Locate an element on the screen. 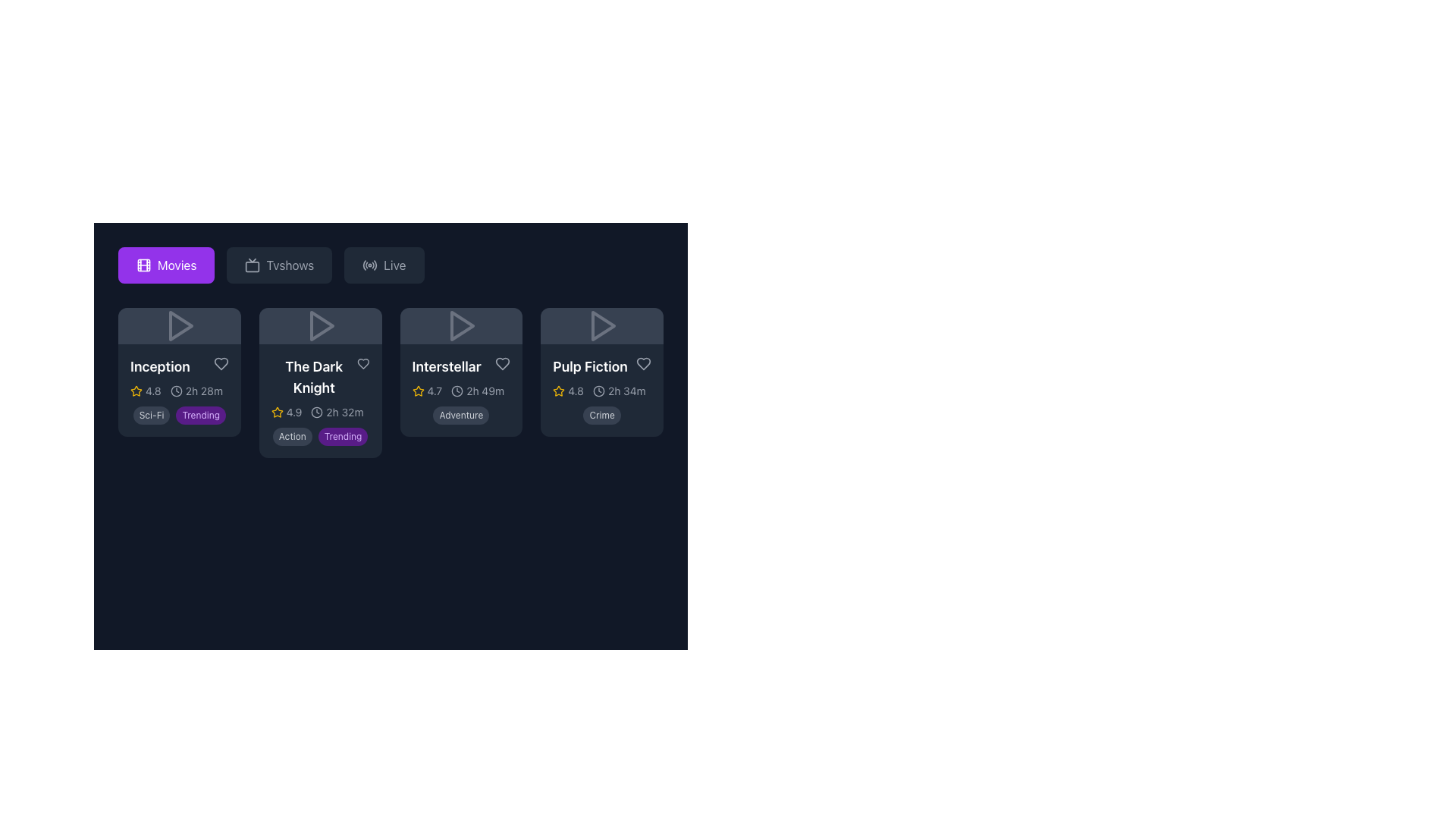 Image resolution: width=1456 pixels, height=819 pixels. the Rating display for the movie 'The Dark Knight', which shows the user rating and is located to the left of the duration text ('2h 32m') in the second column of movie cards is located at coordinates (287, 412).